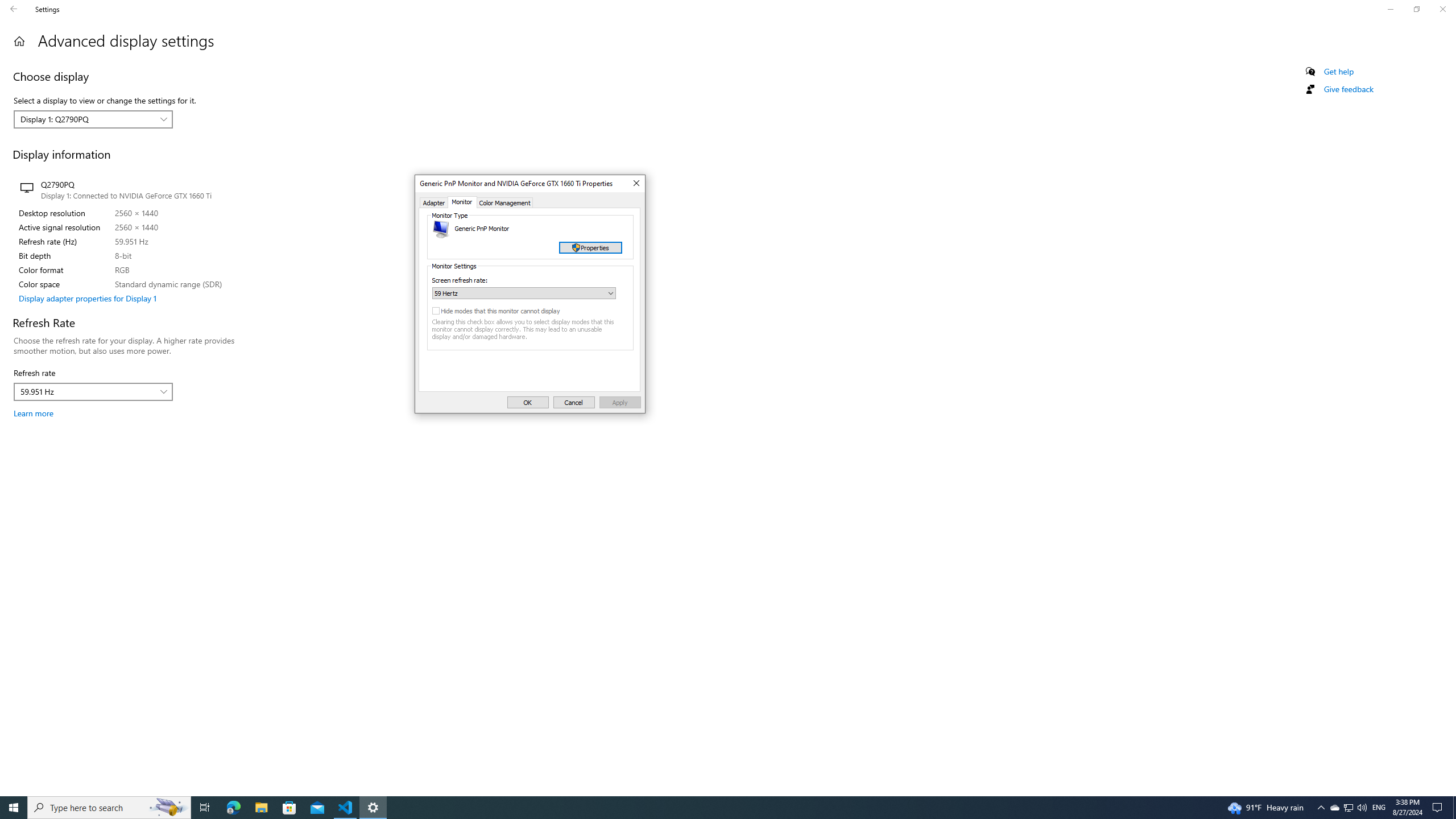  I want to click on 'Hide modes that this monitor cannot display', so click(508, 310).